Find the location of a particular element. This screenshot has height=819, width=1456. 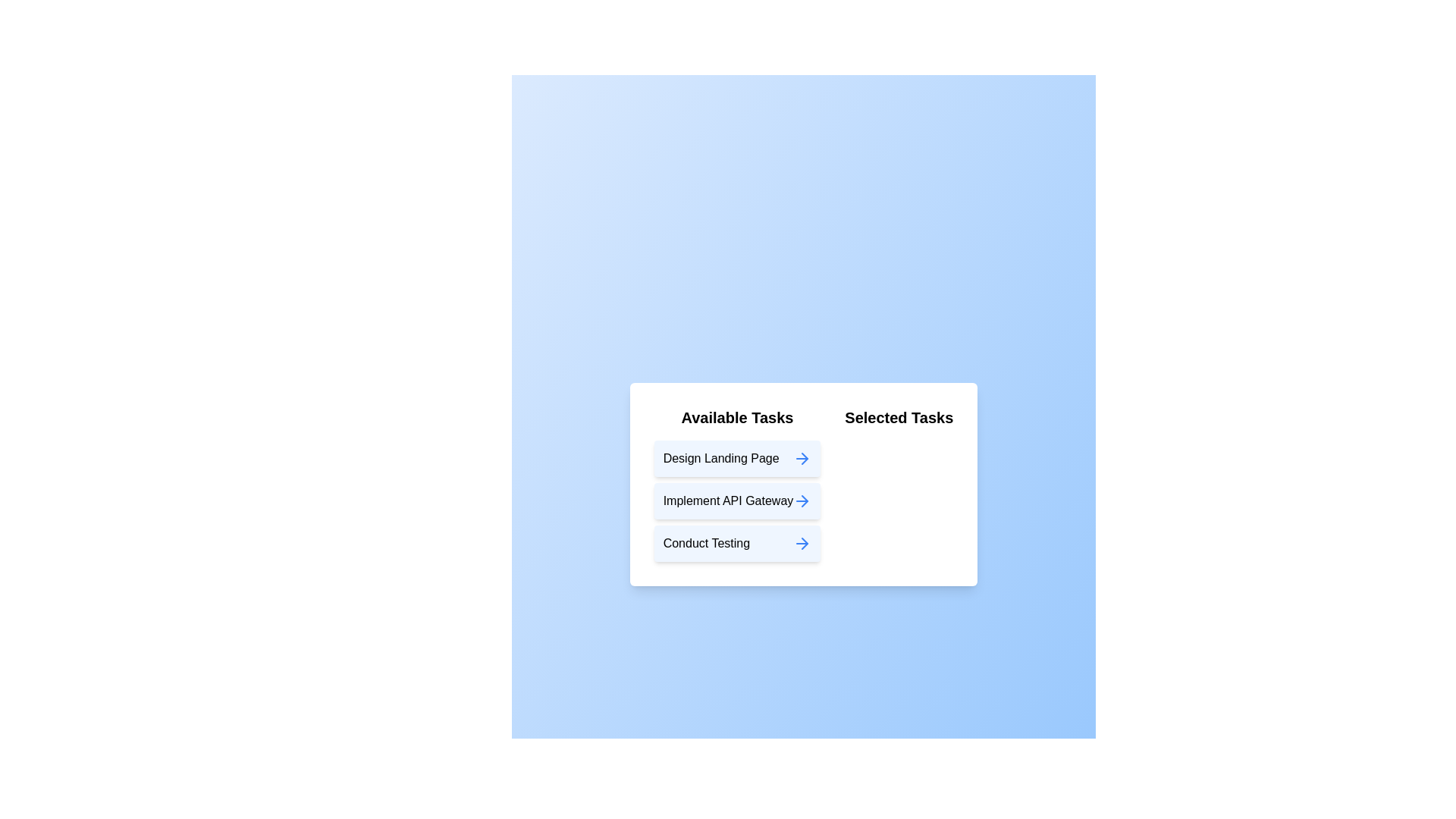

the task item labeled 'Conduct Testing' in the 'Available Tasks' list to move it to the 'Selected Tasks' list is located at coordinates (737, 543).